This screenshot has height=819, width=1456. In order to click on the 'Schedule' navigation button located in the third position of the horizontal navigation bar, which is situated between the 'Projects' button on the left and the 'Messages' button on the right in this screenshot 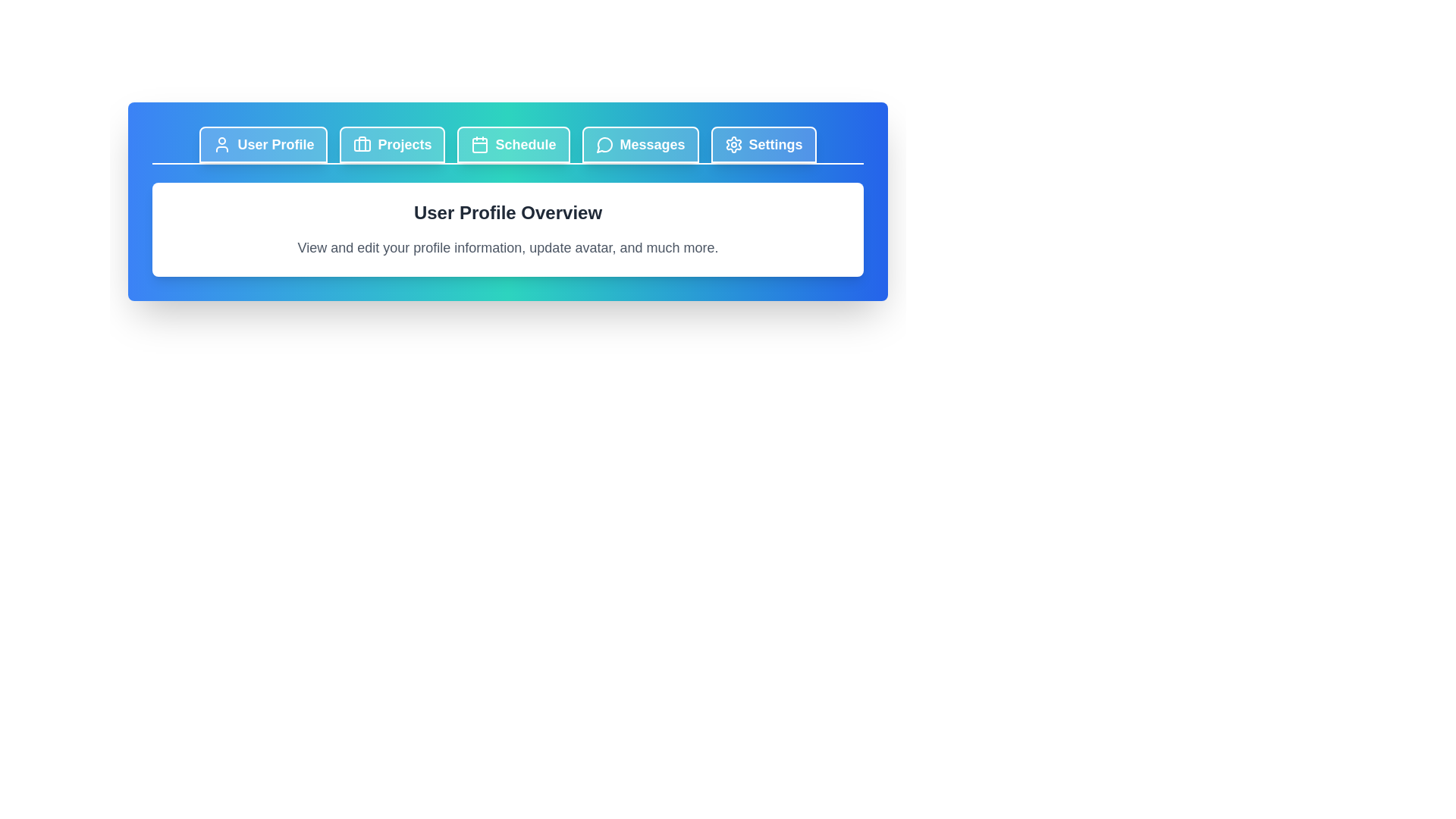, I will do `click(513, 145)`.